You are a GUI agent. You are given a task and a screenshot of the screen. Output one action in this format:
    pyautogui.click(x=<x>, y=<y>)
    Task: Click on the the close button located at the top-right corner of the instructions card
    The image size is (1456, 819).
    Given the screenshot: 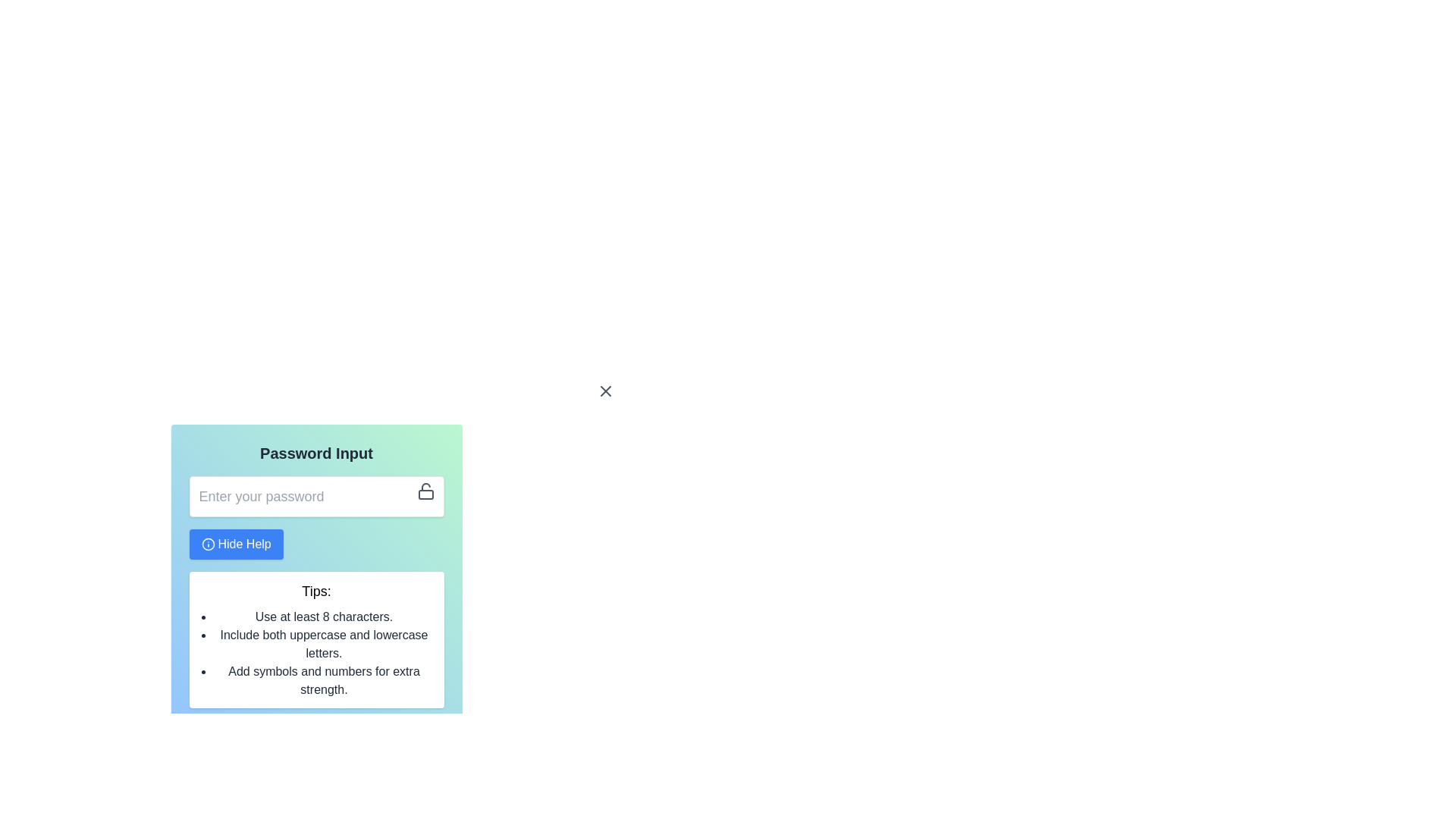 What is the action you would take?
    pyautogui.click(x=604, y=391)
    